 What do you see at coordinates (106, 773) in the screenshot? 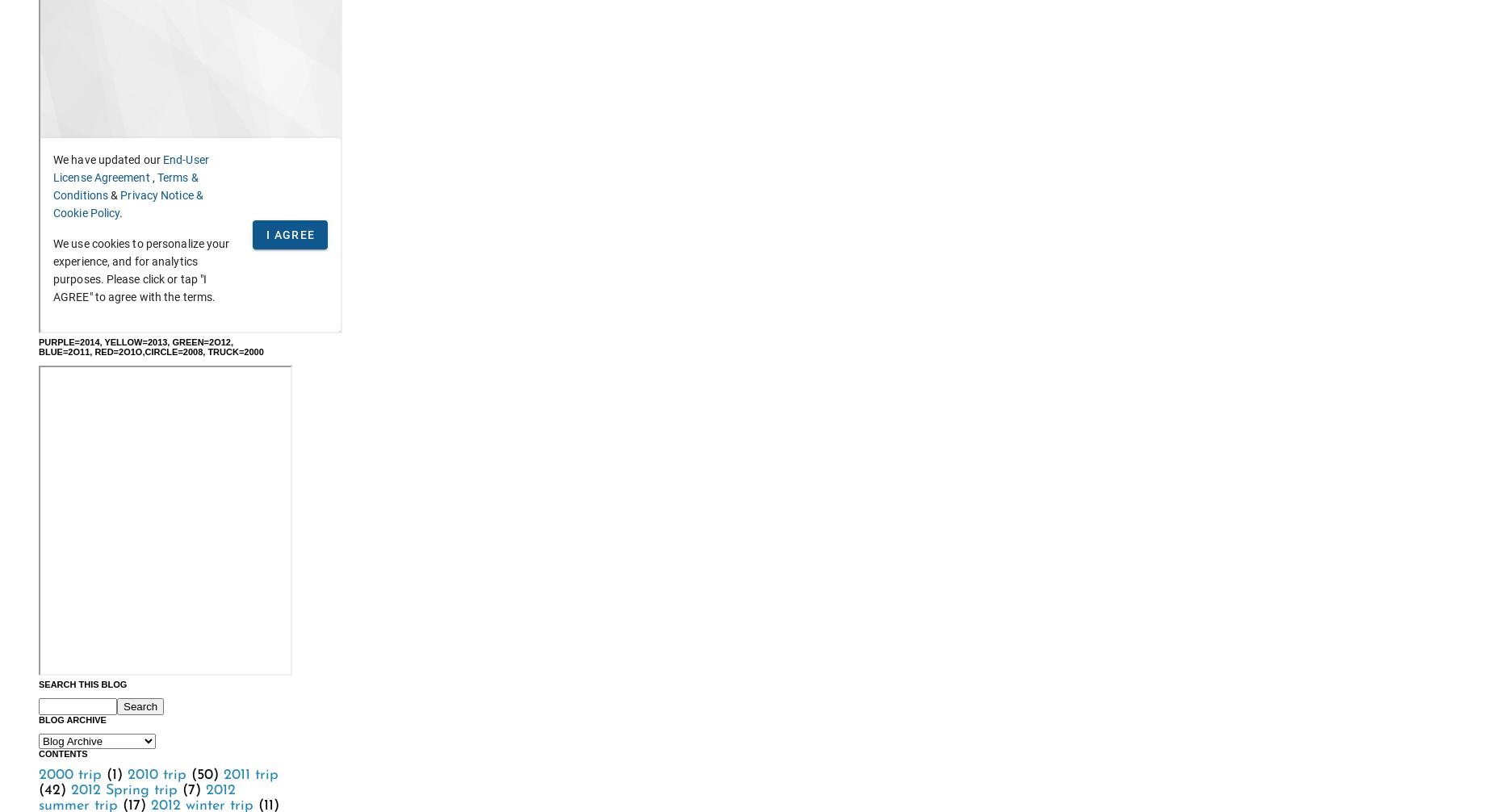
I see `'(1)'` at bounding box center [106, 773].